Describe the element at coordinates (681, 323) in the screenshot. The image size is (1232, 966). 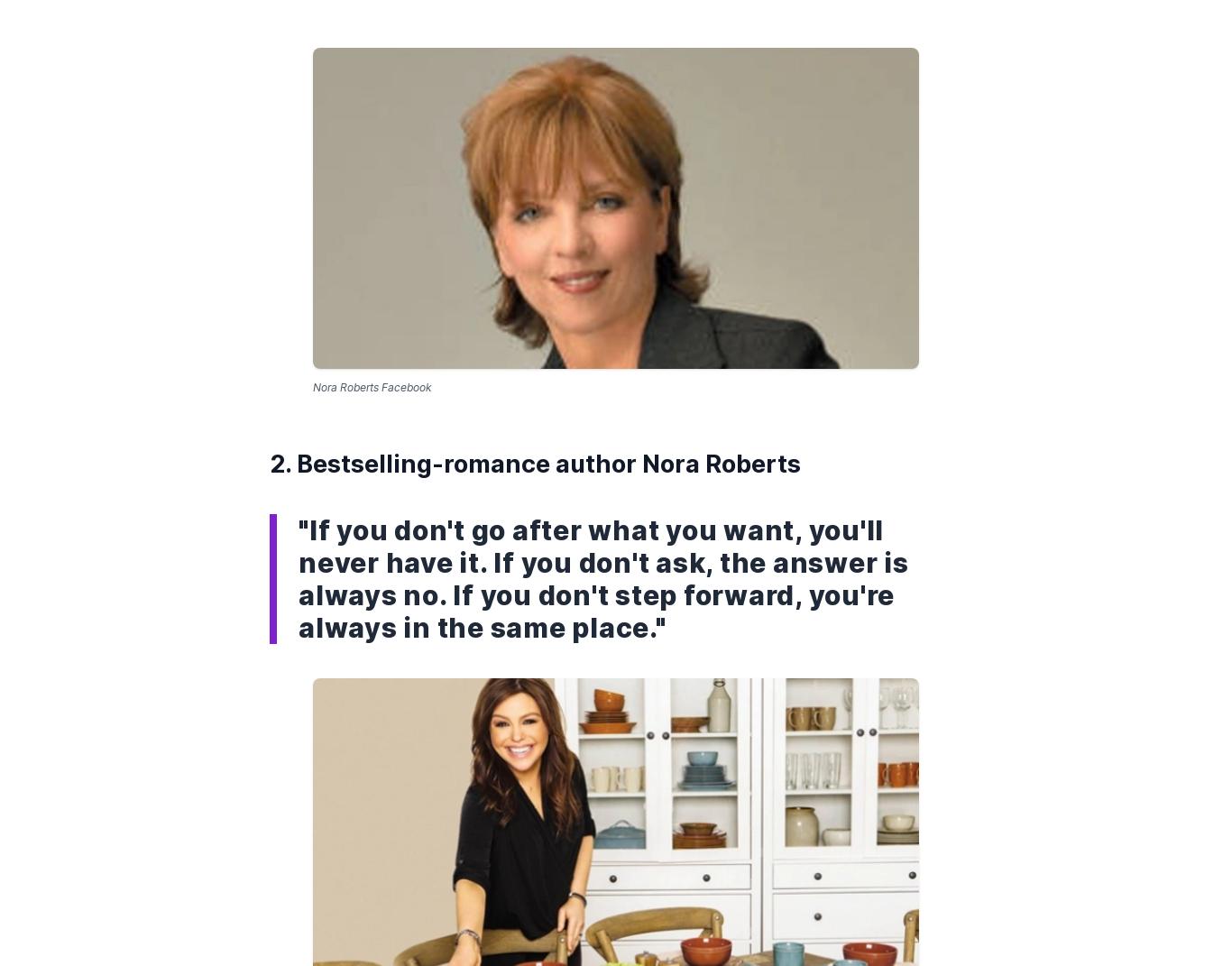
I see `'Site Map'` at that location.